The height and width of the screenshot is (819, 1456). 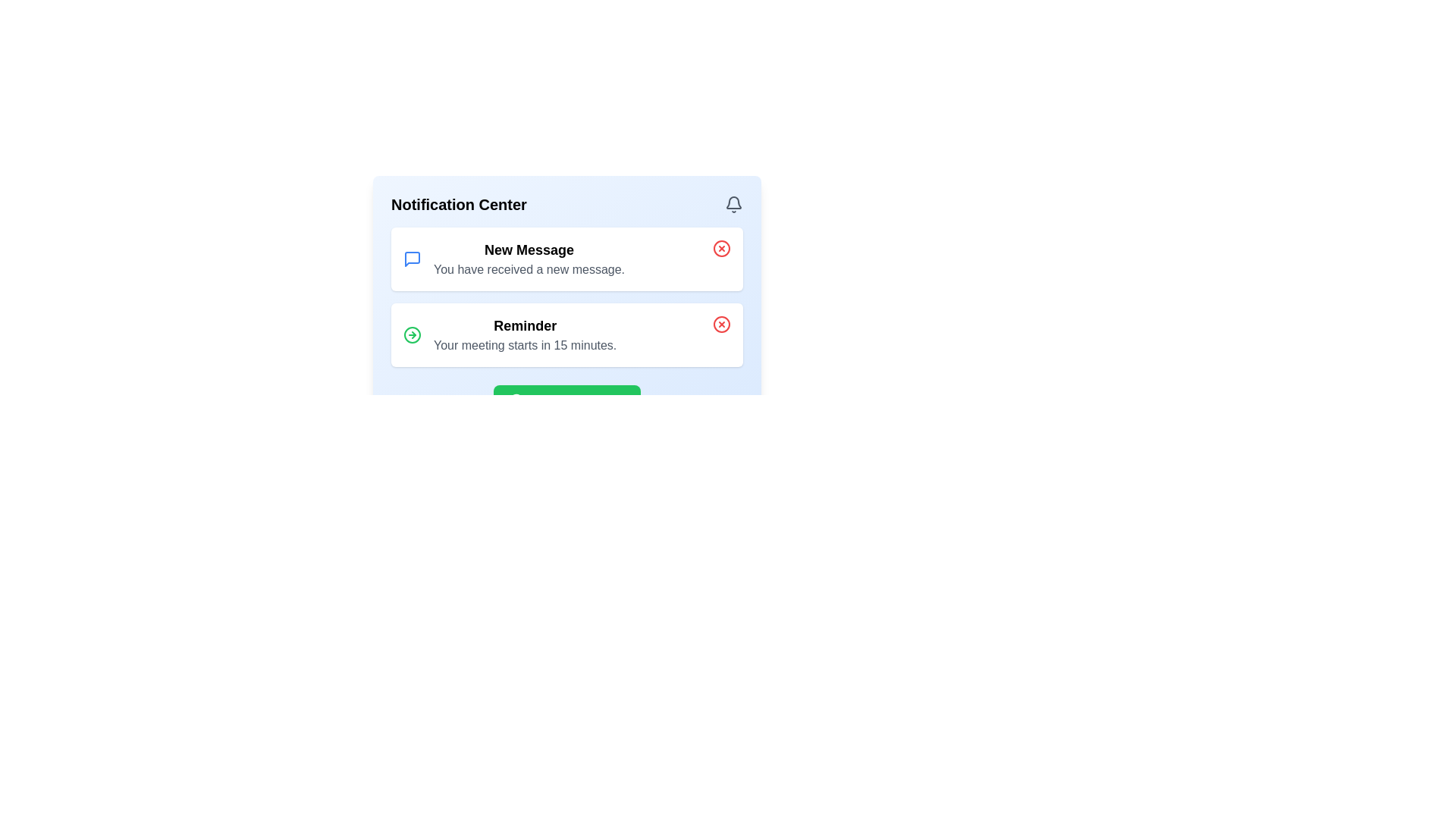 What do you see at coordinates (525, 345) in the screenshot?
I see `notification content which alerts the user of an upcoming meeting within 15 minutes, located in the notification card below the 'Reminder' text in the Notification Center` at bounding box center [525, 345].